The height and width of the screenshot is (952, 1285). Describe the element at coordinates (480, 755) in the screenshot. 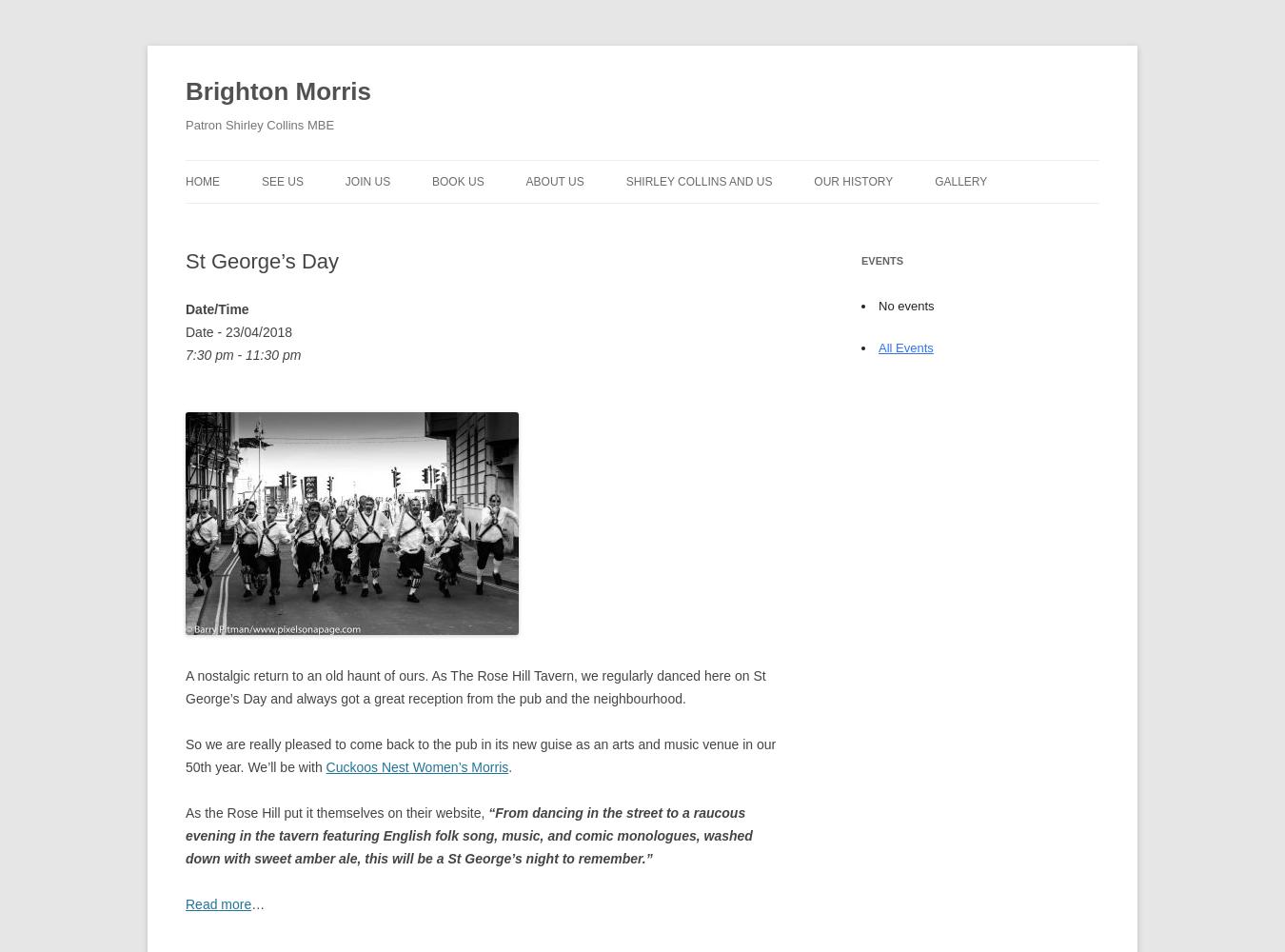

I see `'So we are really pleased to come back to the pub in its new guise as an arts and music venue in our 50th year. We’ll be with'` at that location.